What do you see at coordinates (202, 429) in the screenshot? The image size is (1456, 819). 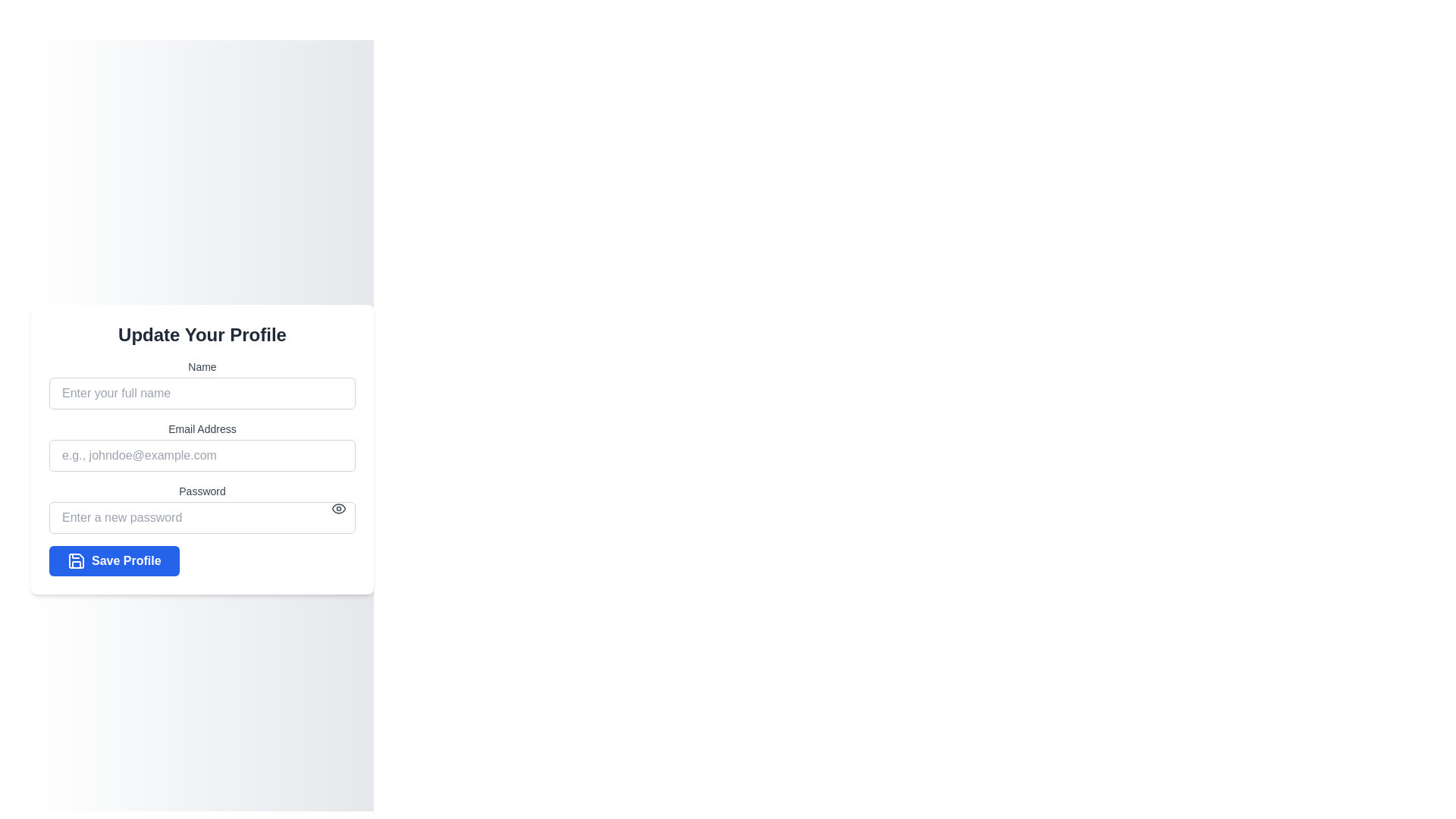 I see `the text label 'Email Address' which is positioned between the 'Name' input field and the email input field` at bounding box center [202, 429].